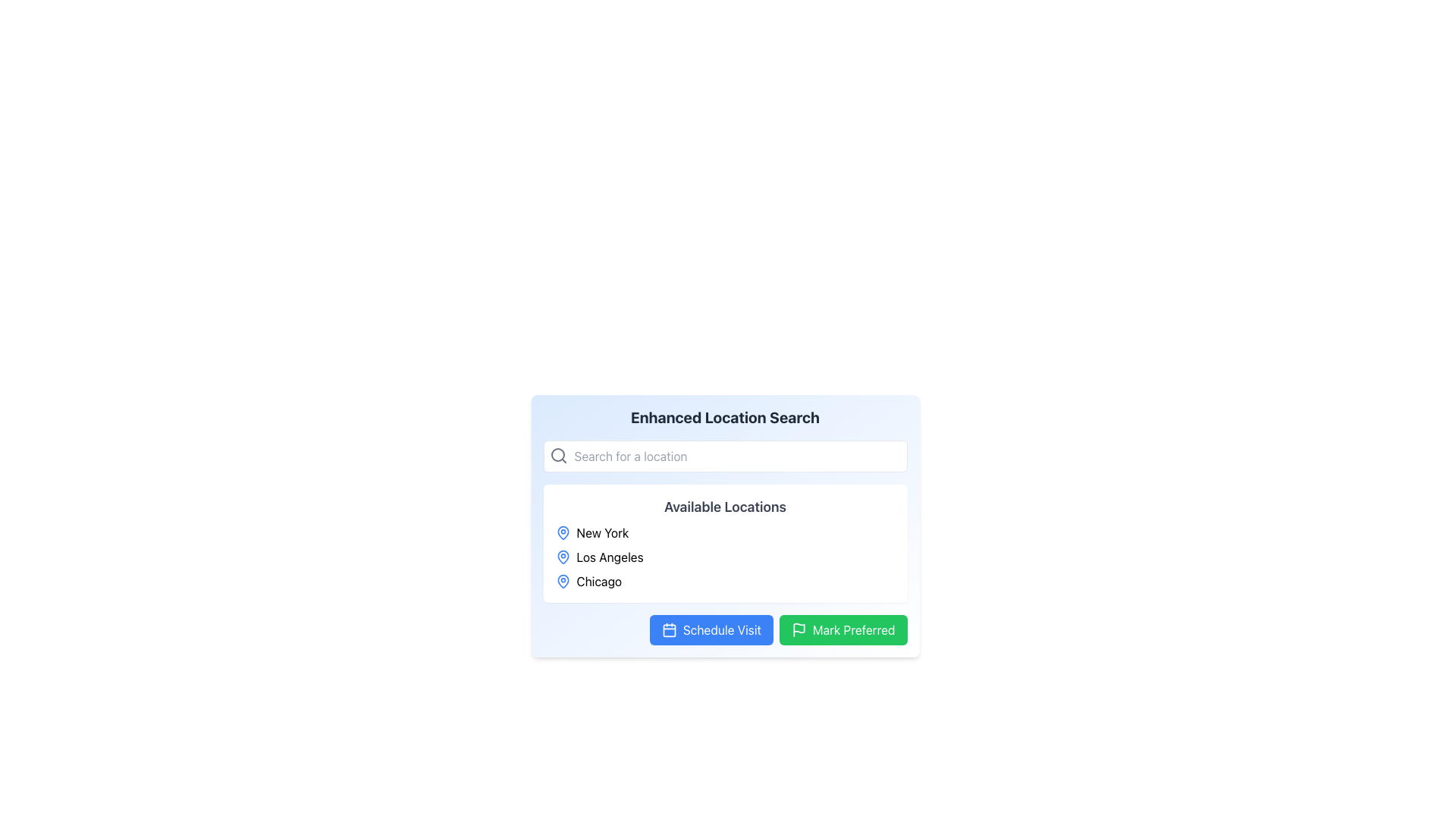 The image size is (1456, 819). I want to click on the 'Los Angeles' location icon, which is a map pin icon positioned to the left of the text 'Los Angeles', so click(562, 557).